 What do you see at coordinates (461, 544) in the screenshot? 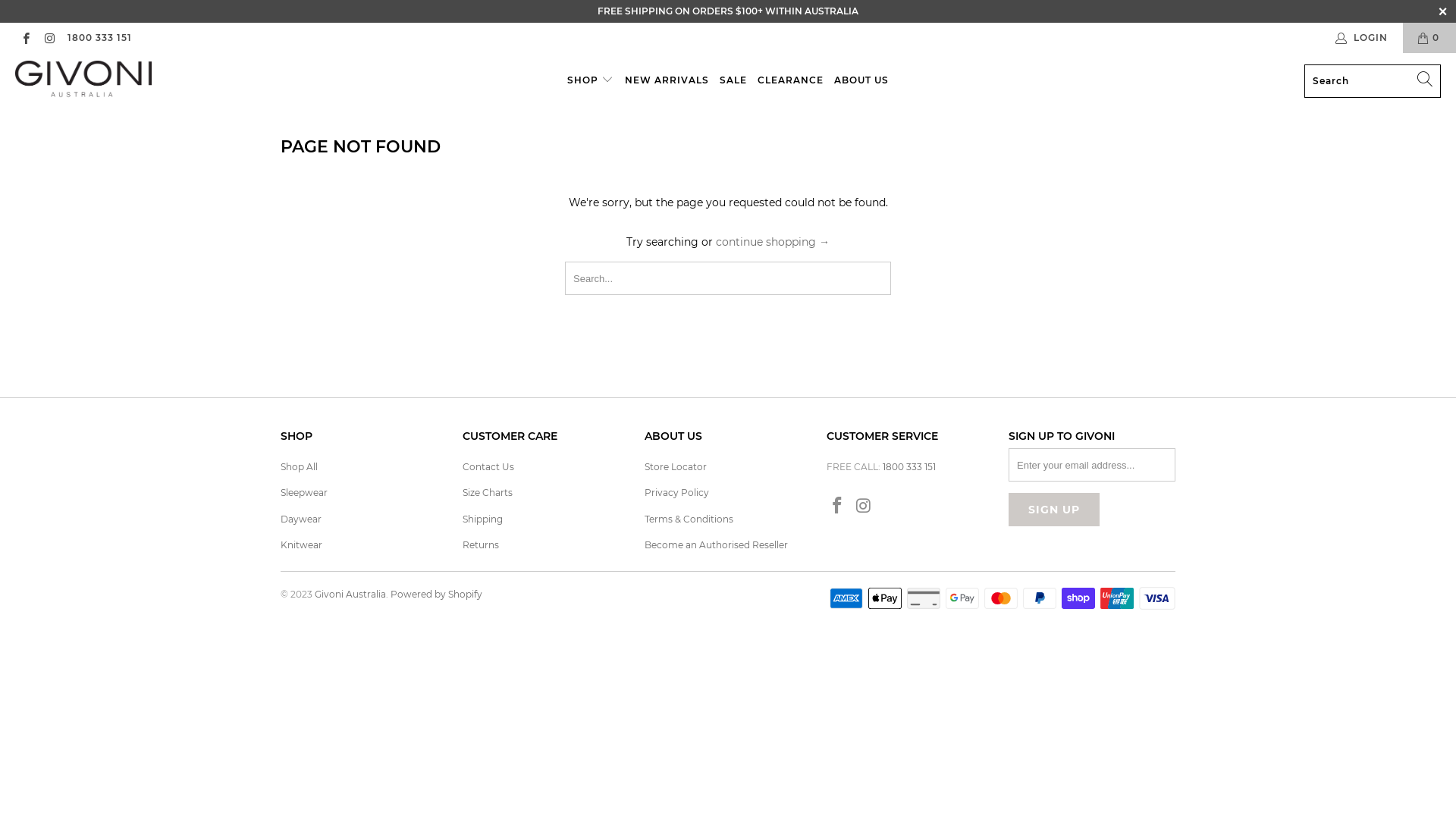
I see `'Returns'` at bounding box center [461, 544].